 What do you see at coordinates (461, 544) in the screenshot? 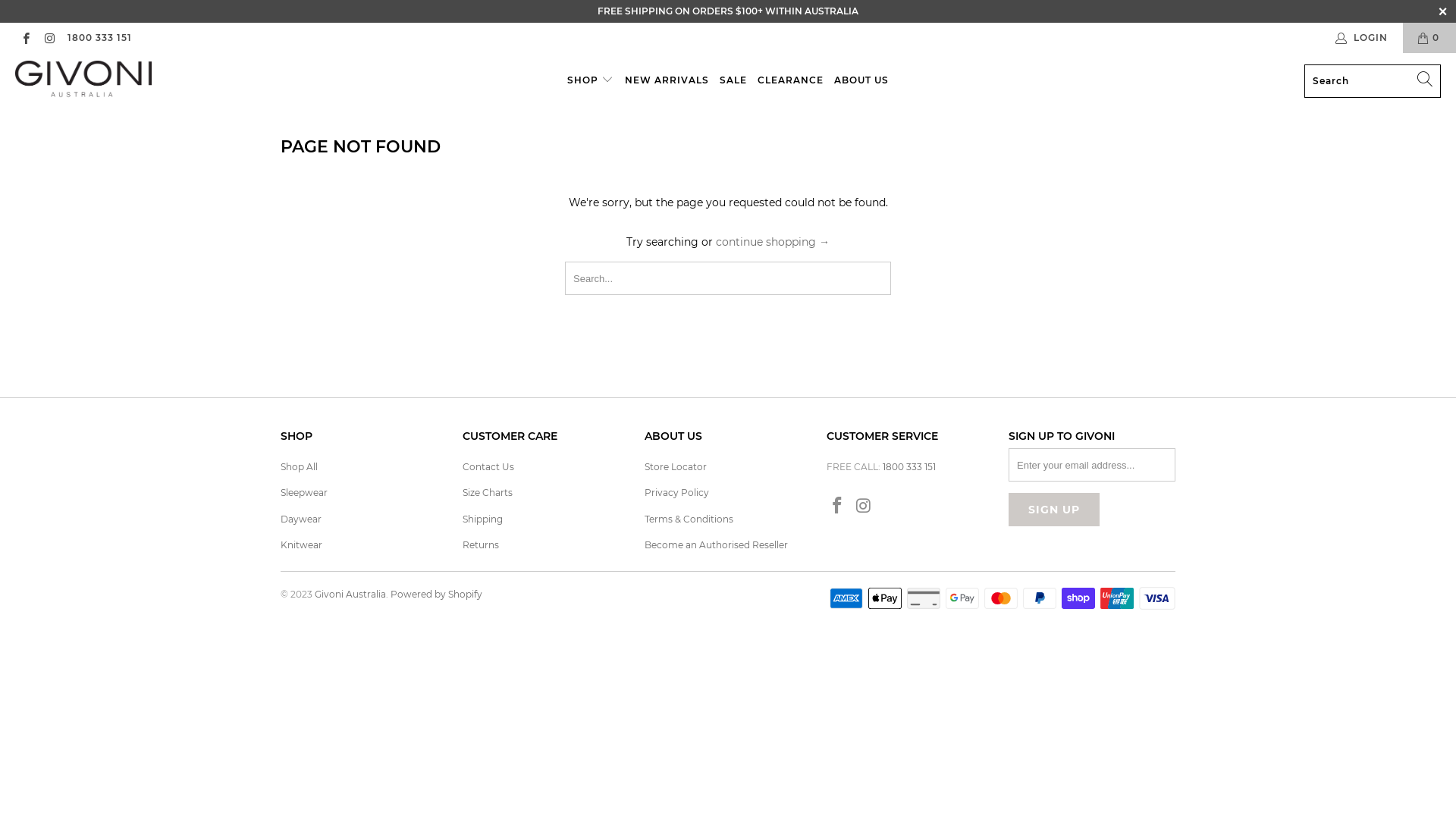
I see `'Returns'` at bounding box center [461, 544].